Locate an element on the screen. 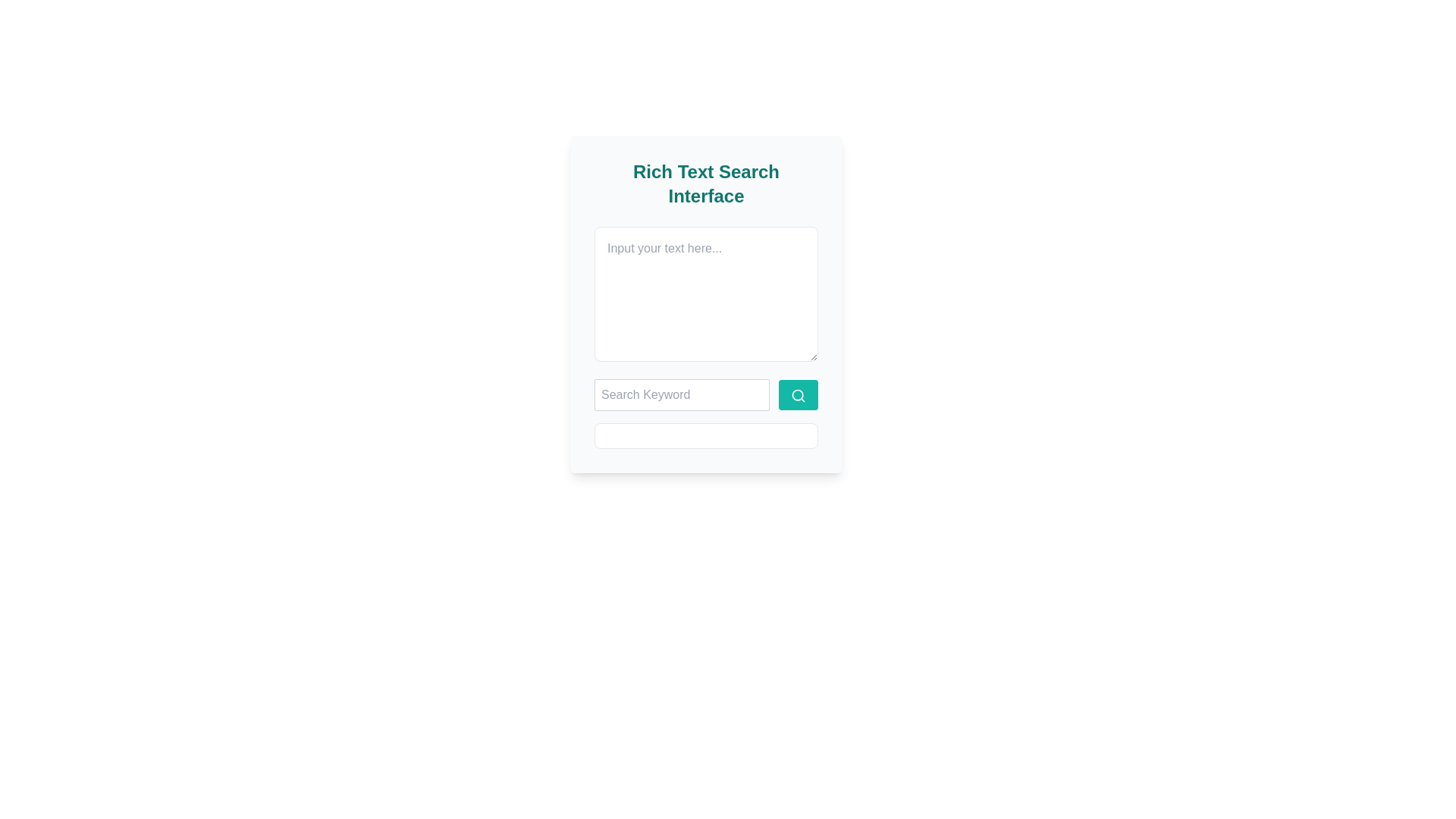 This screenshot has width=1456, height=819. the text input field labeled 'Search Keyword' located within the 'Rich Text Search Interface' group, positioned centrally beneath the larger input area is located at coordinates (705, 394).